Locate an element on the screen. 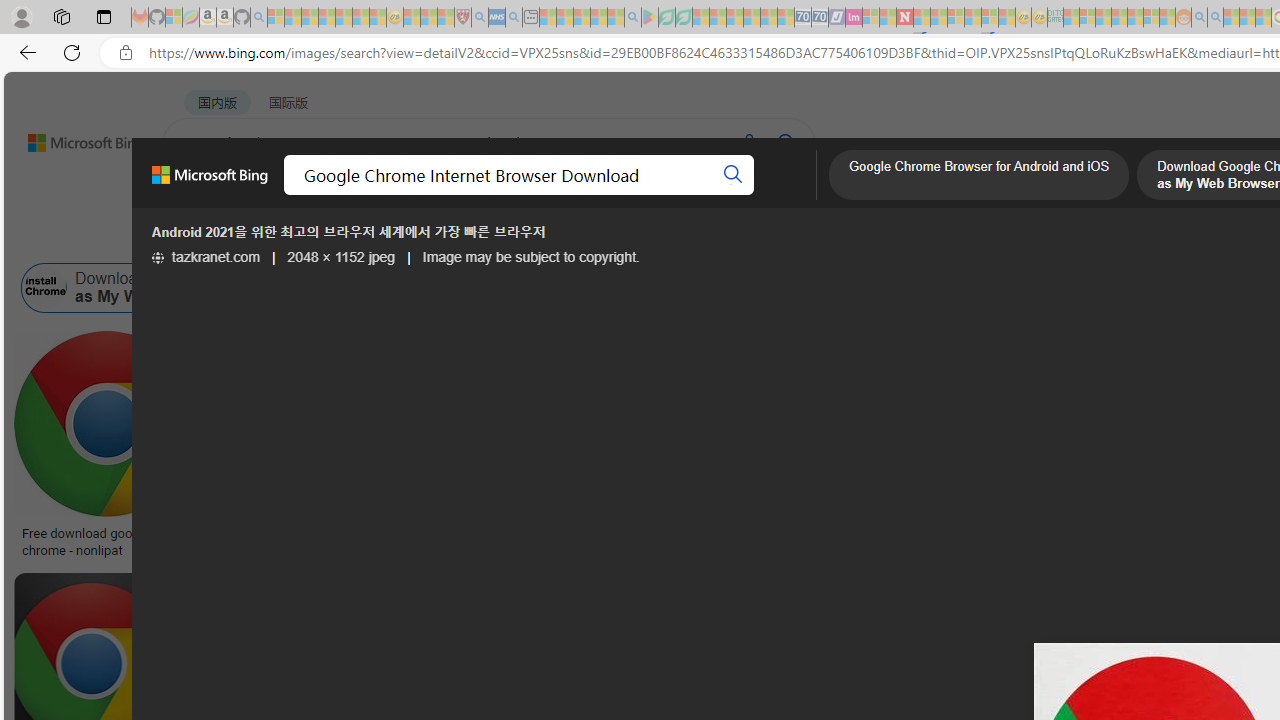 This screenshot has width=1280, height=720. 'Date' is located at coordinates (591, 236).